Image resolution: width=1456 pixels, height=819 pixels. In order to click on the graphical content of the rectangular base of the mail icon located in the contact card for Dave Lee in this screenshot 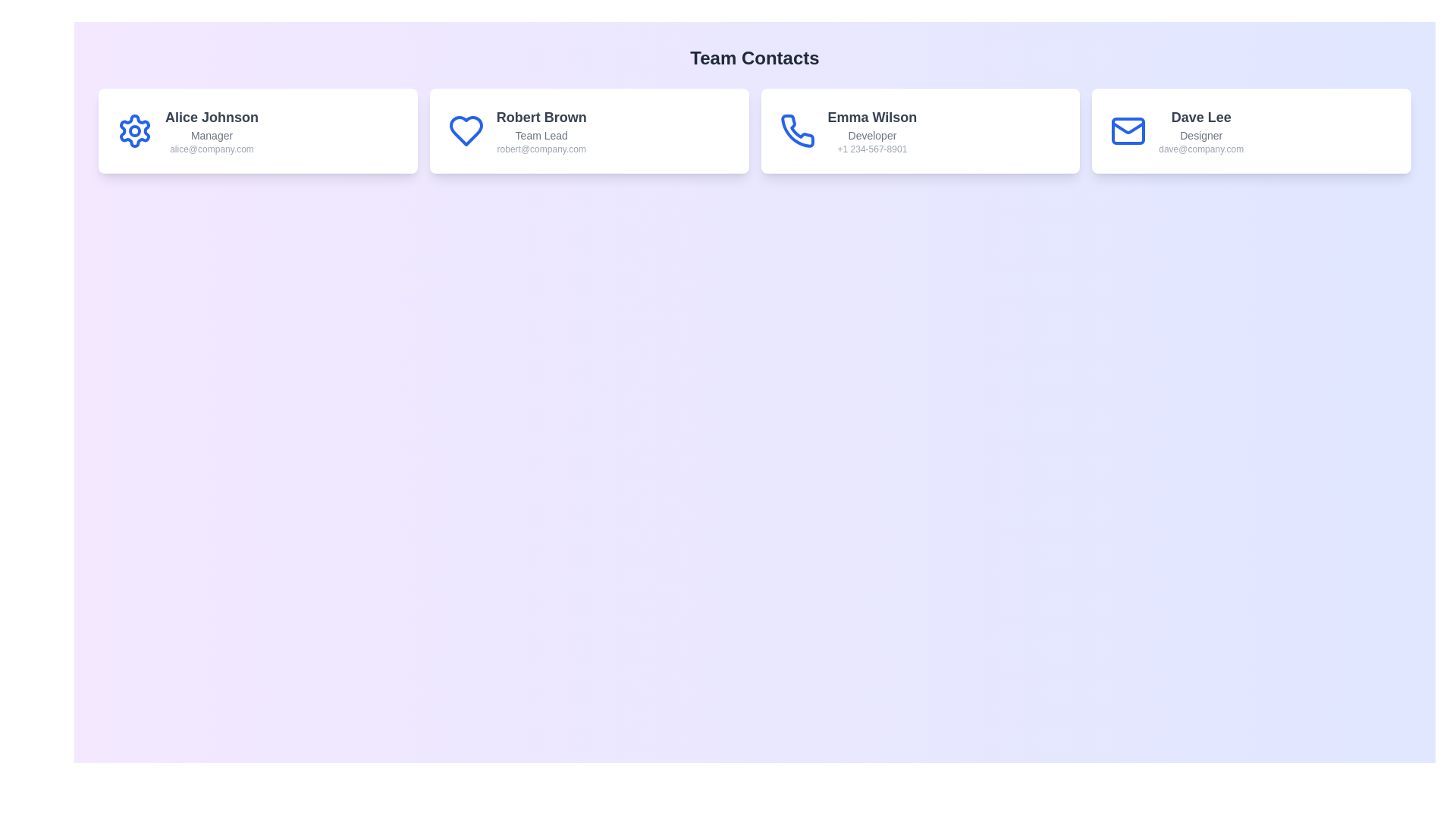, I will do `click(1128, 130)`.